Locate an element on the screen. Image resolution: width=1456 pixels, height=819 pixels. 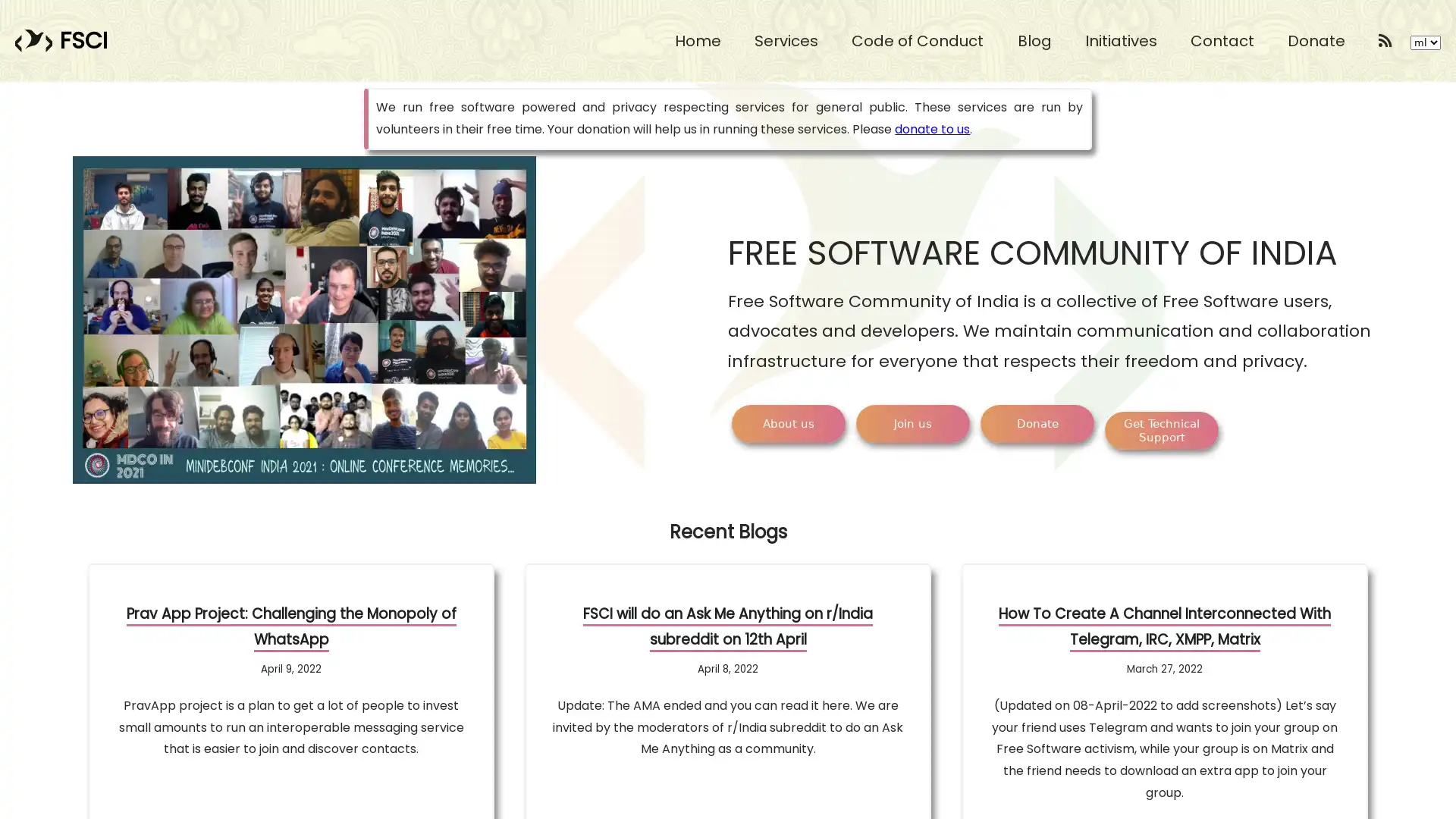
About us is located at coordinates (789, 423).